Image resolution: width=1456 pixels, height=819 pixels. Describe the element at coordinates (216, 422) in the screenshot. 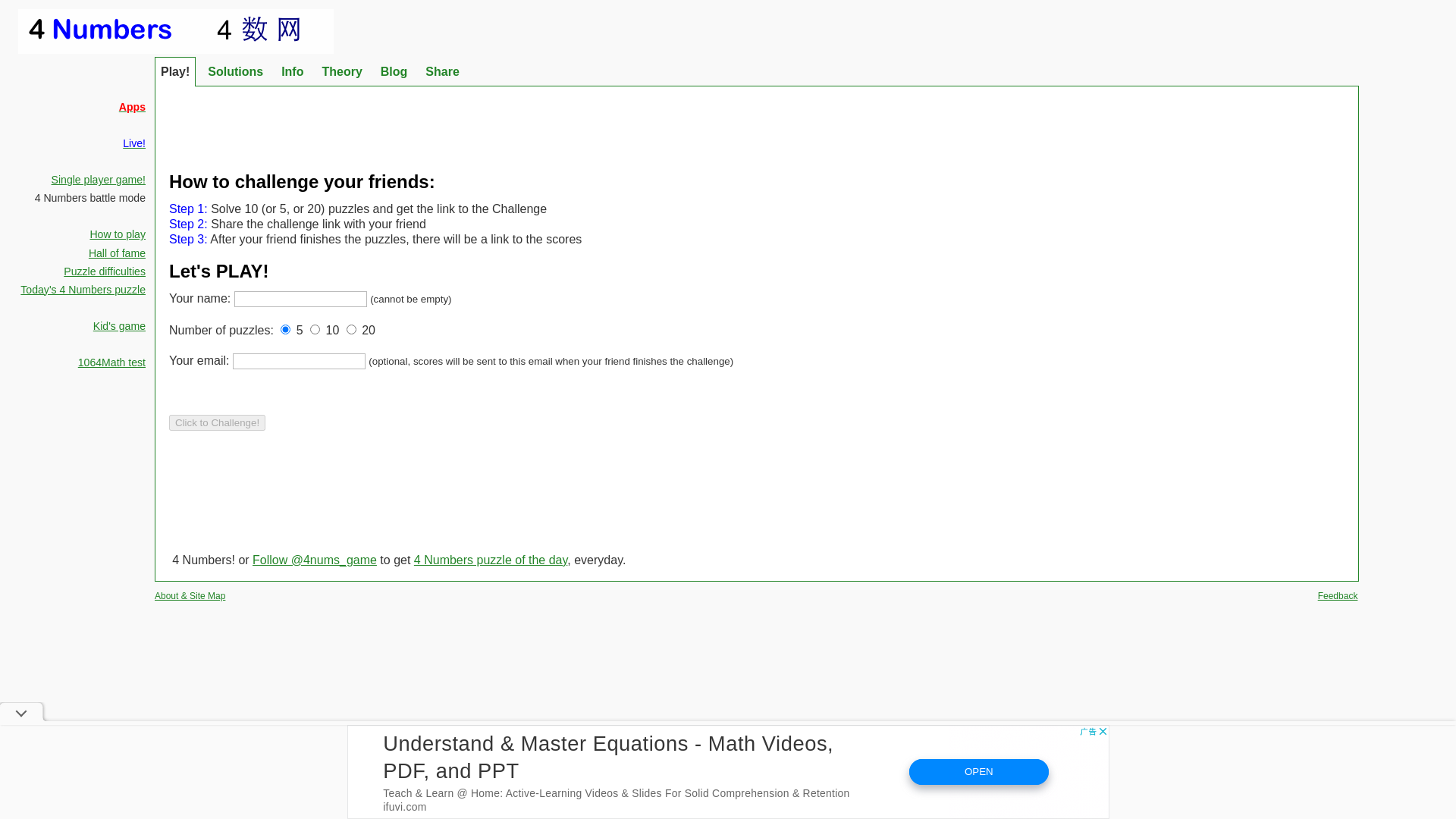

I see `'Click to Challenge!'` at that location.